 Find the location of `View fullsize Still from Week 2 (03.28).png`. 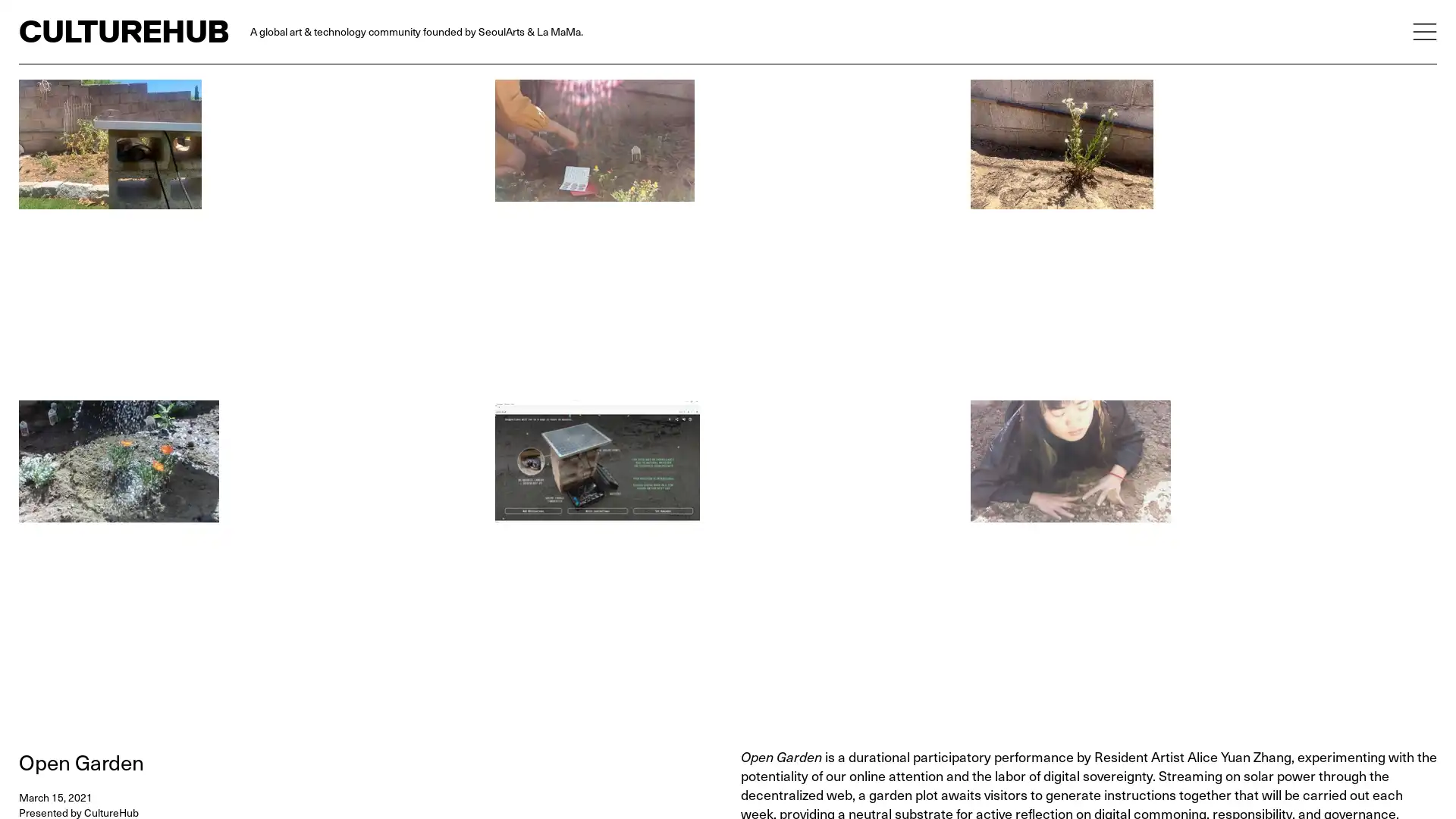

View fullsize Still from Week 2 (03.28).png is located at coordinates (726, 234).